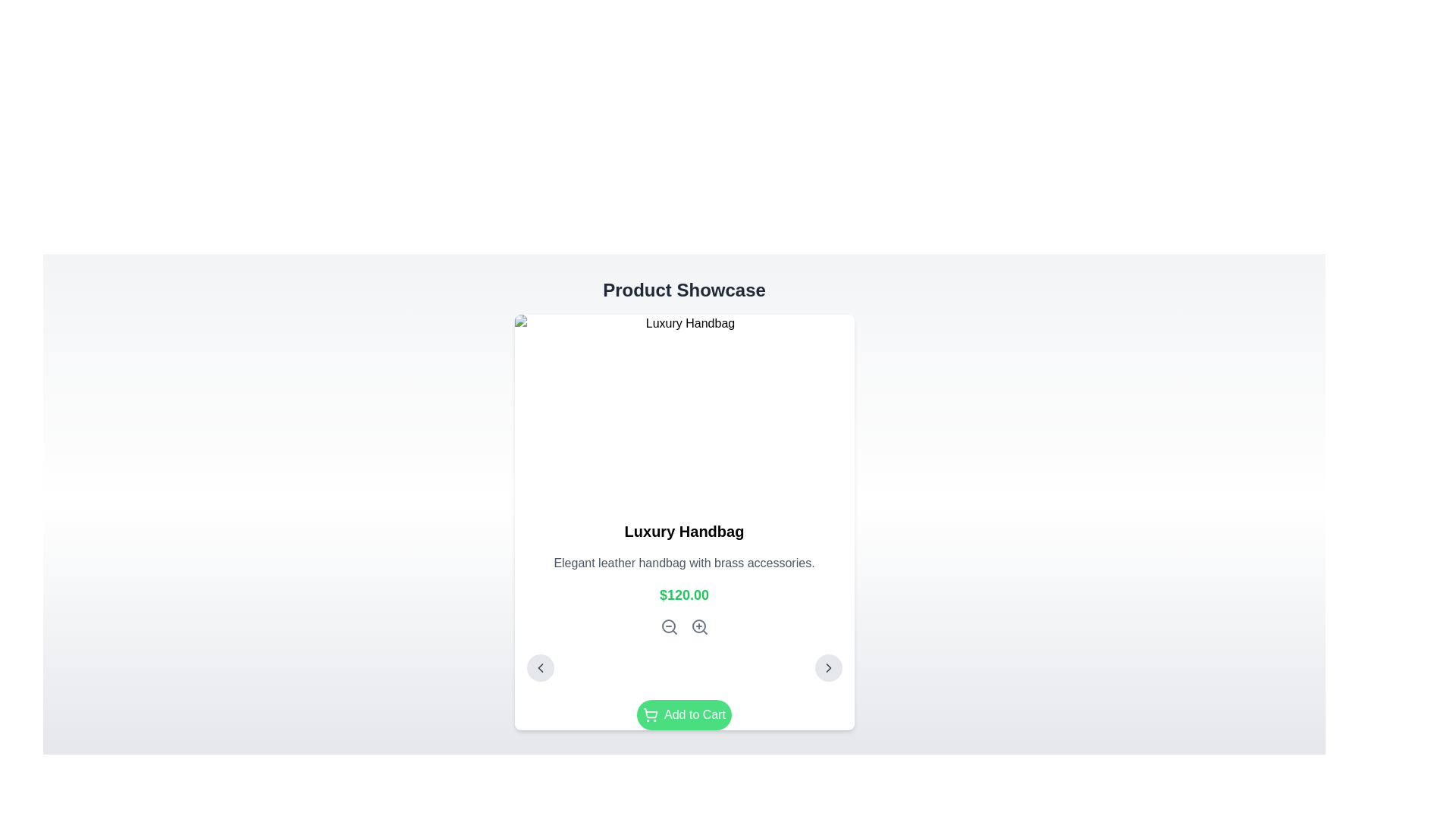  I want to click on the price label displaying '$120.00' in bold green text, located in the middle section of the product card, below the description and above the zoom icons, so click(683, 595).